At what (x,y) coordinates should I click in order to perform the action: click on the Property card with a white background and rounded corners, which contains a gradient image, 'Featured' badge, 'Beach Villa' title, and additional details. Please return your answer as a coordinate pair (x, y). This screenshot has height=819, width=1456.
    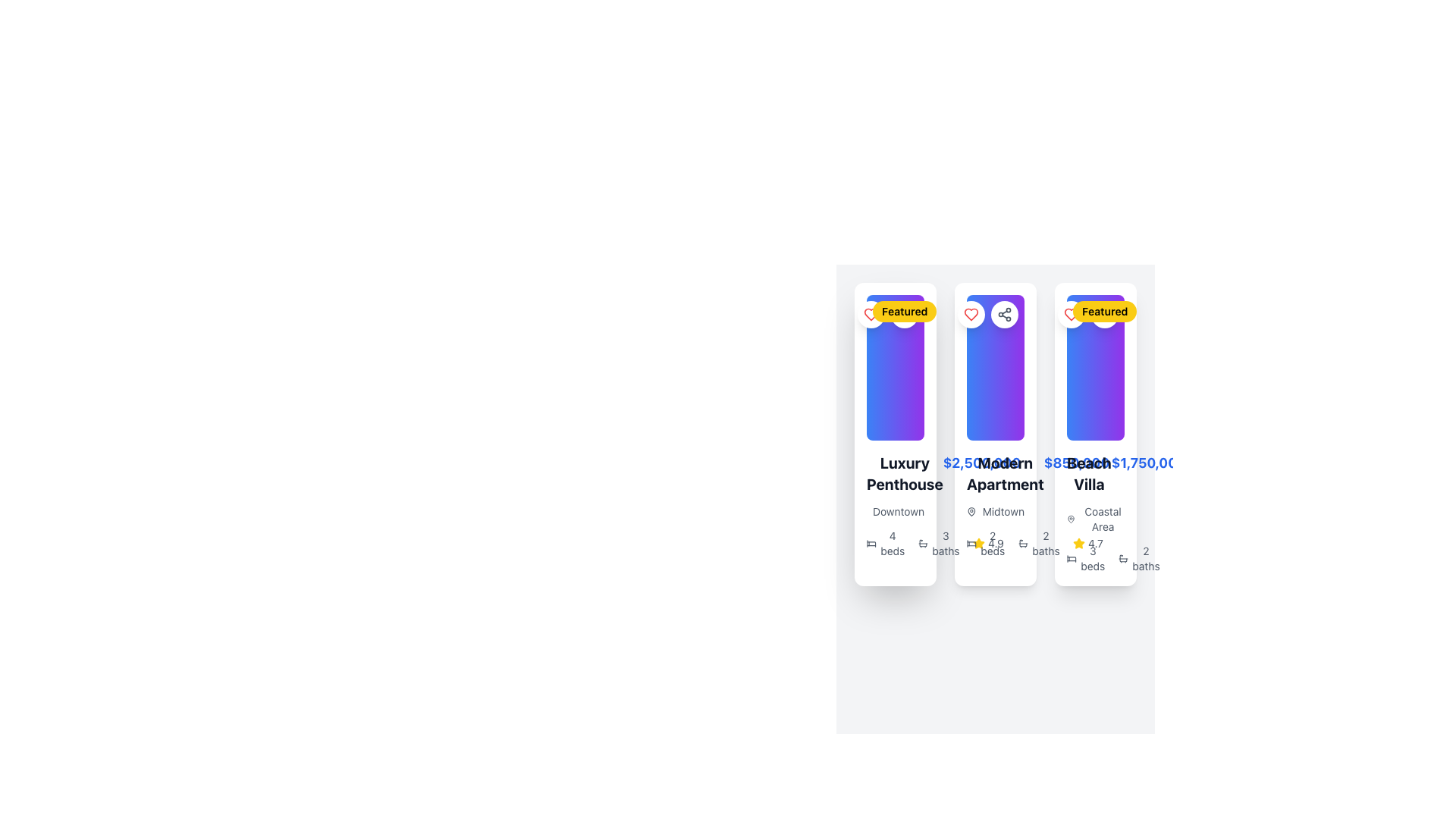
    Looking at the image, I should click on (1095, 435).